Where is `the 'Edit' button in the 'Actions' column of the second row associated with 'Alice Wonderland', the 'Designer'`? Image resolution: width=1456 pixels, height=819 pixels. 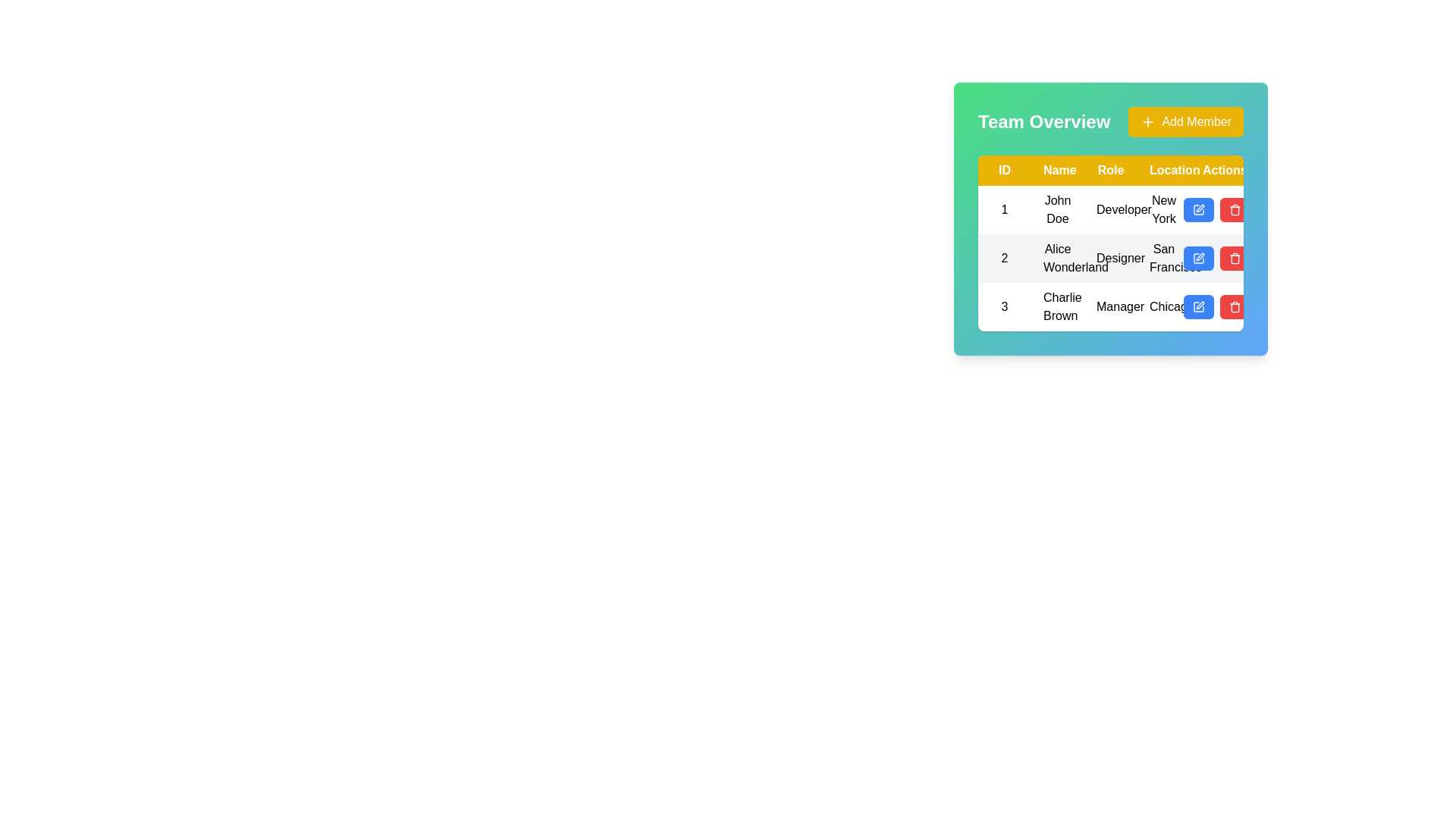
the 'Edit' button in the 'Actions' column of the second row associated with 'Alice Wonderland', the 'Designer' is located at coordinates (1216, 257).